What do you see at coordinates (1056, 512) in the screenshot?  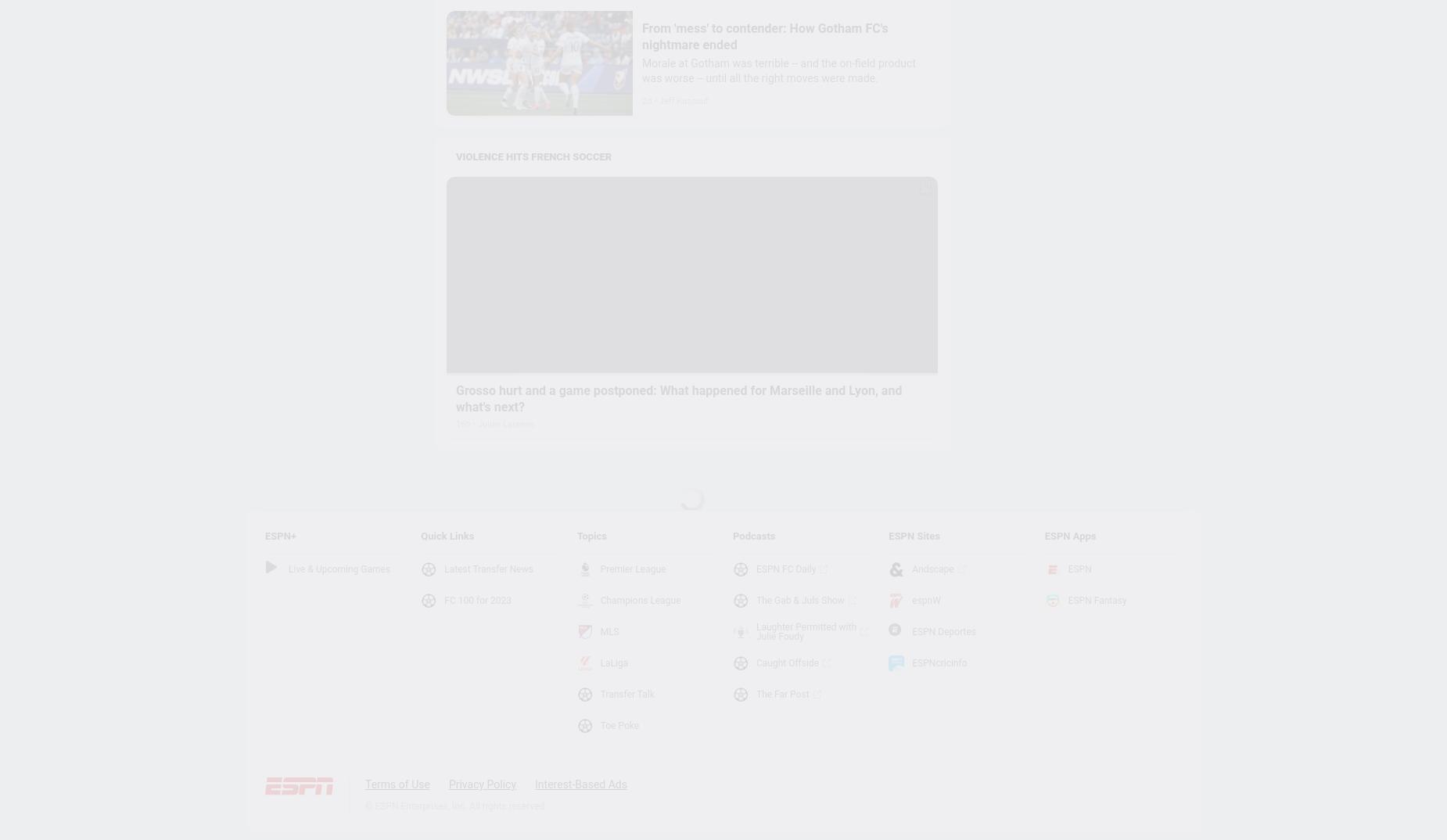 I see `'(Photo by Richard Sellers/Sportsphoto/Allstar via Getty Images)'` at bounding box center [1056, 512].